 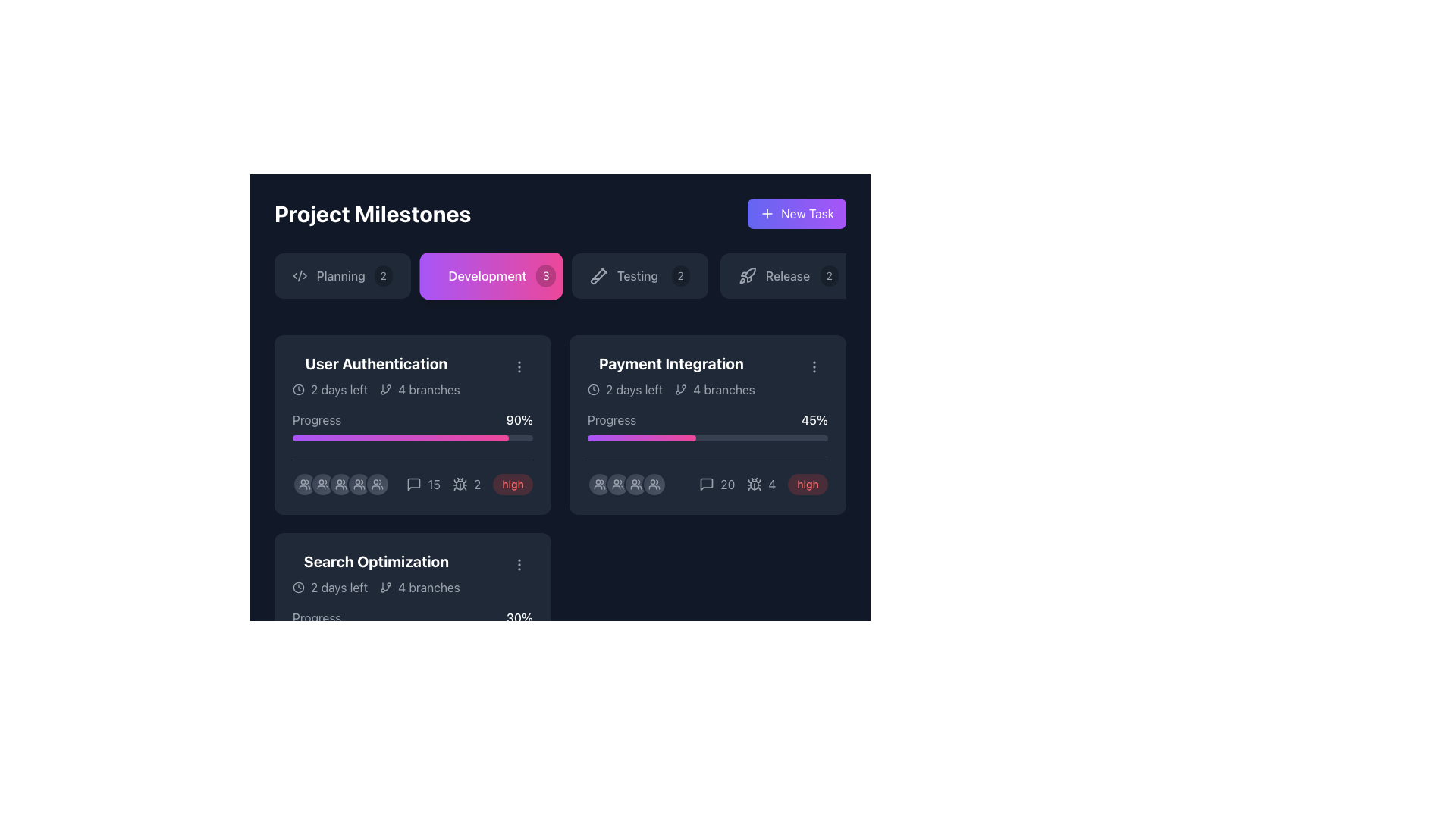 I want to click on the interactive icon in the upper right corner of the 'User Authentication' card, so click(x=519, y=366).